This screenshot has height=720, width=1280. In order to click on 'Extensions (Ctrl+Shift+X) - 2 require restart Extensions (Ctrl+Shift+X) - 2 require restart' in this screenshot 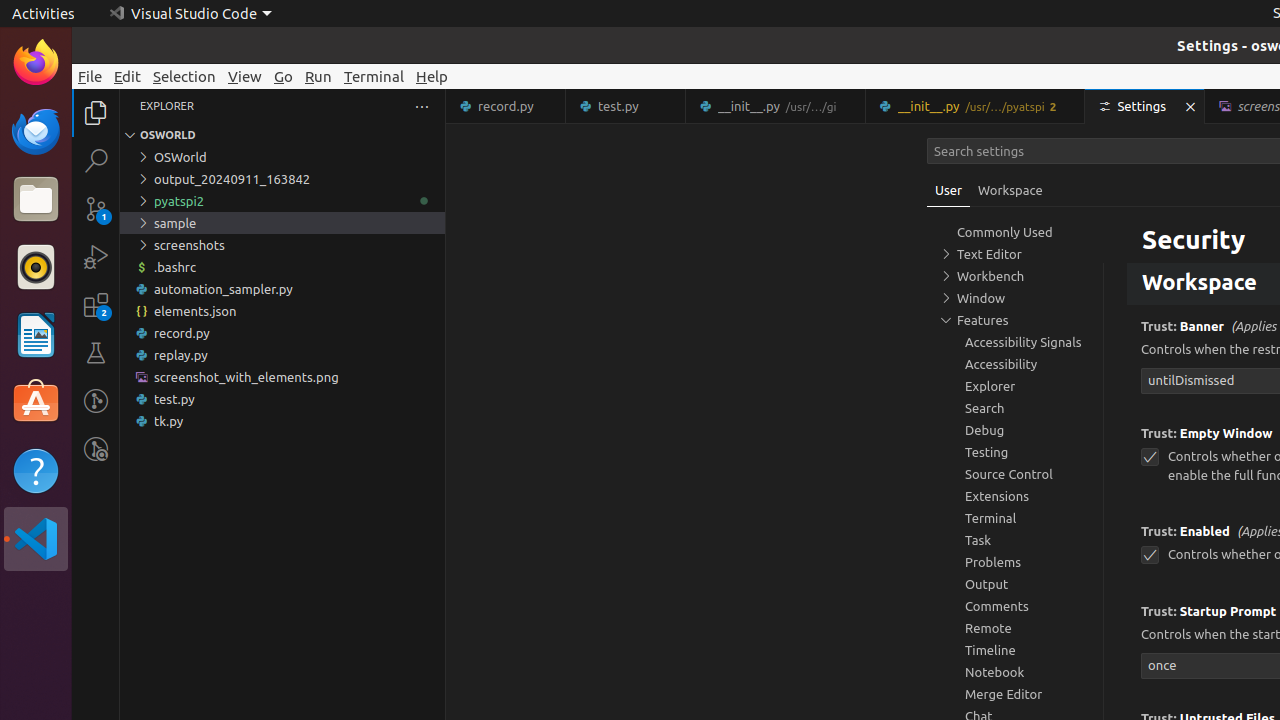, I will do `click(95, 304)`.